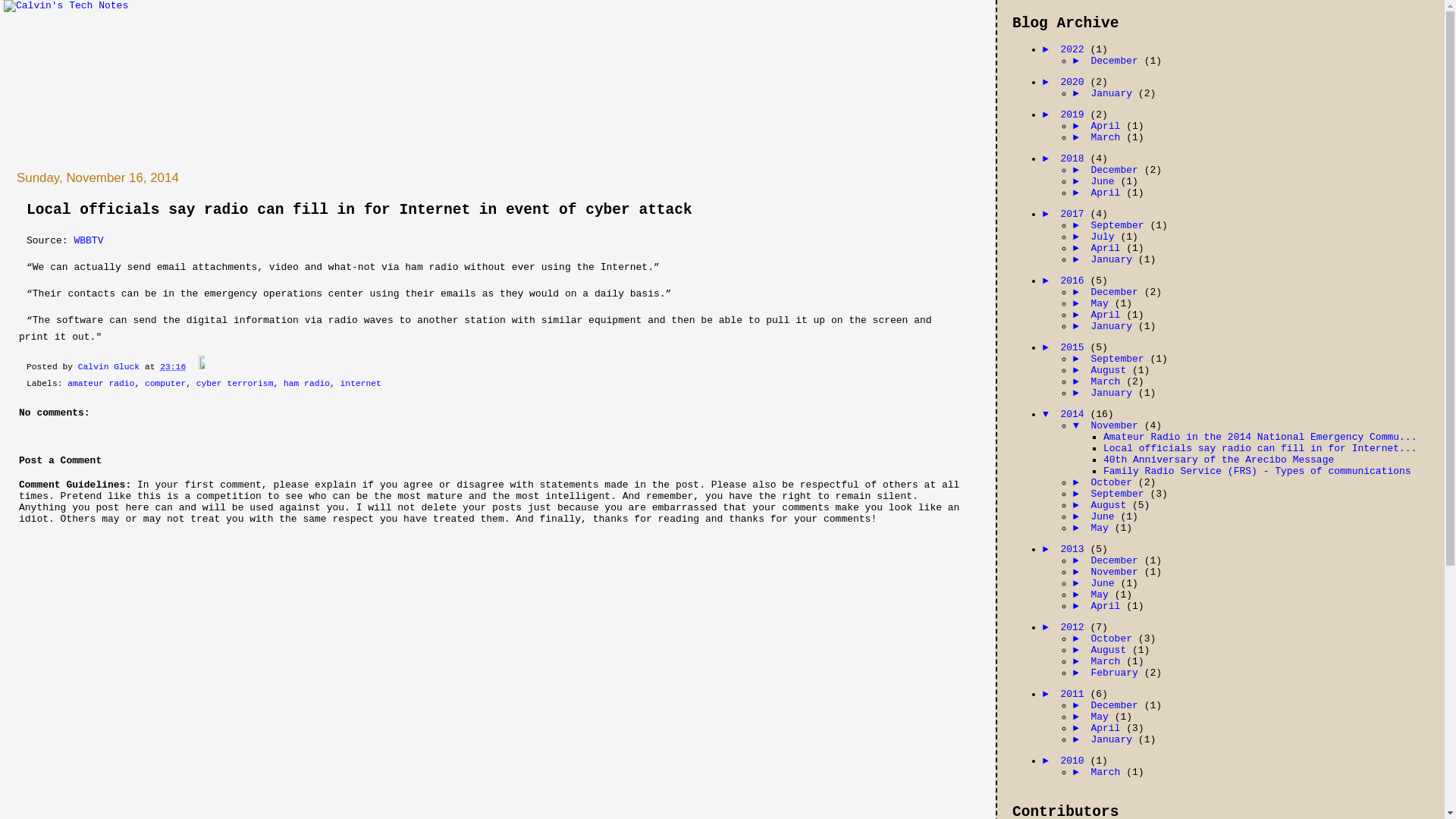 This screenshot has width=1456, height=819. I want to click on 'November', so click(1117, 572).